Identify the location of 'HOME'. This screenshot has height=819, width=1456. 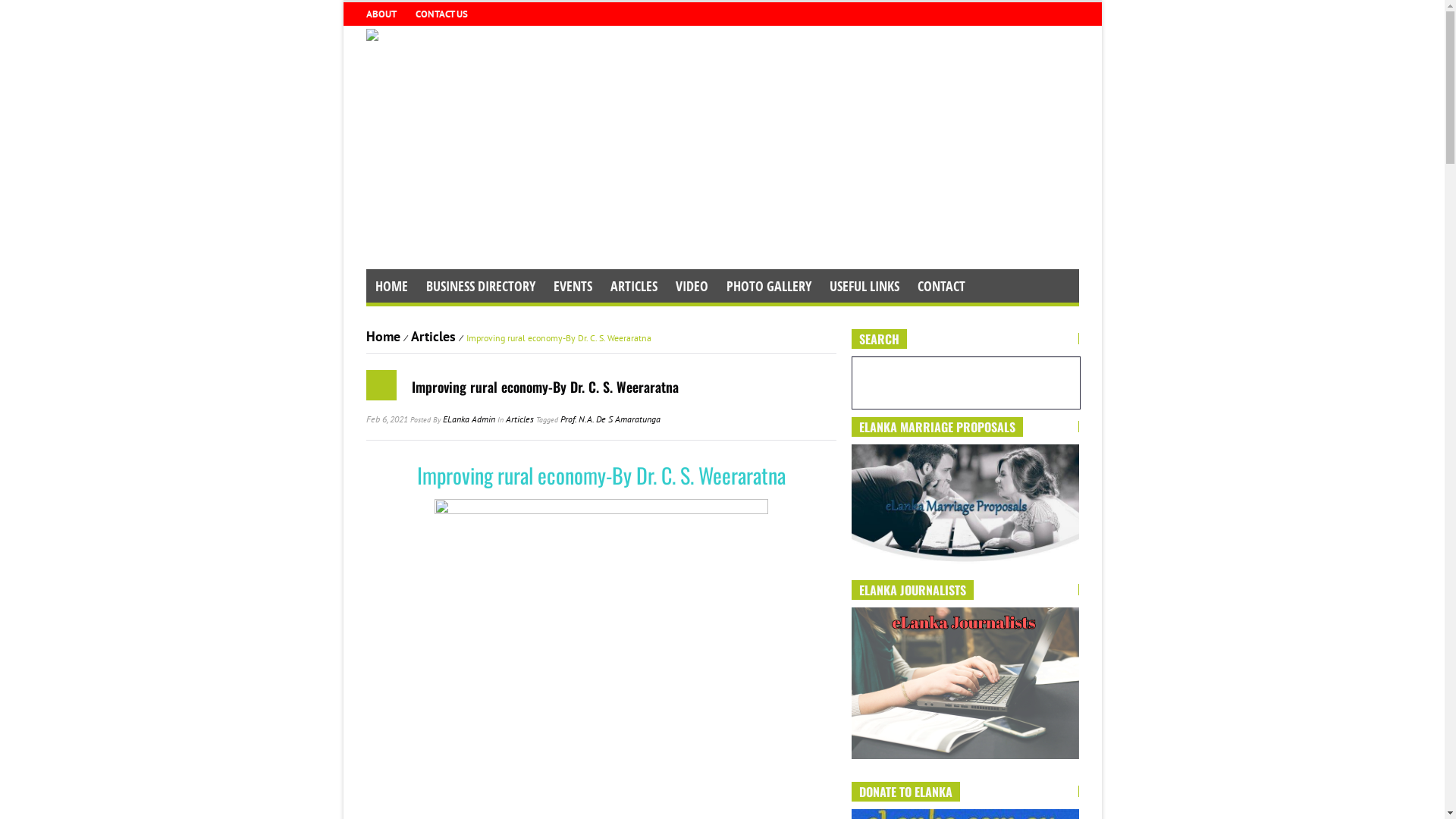
(391, 286).